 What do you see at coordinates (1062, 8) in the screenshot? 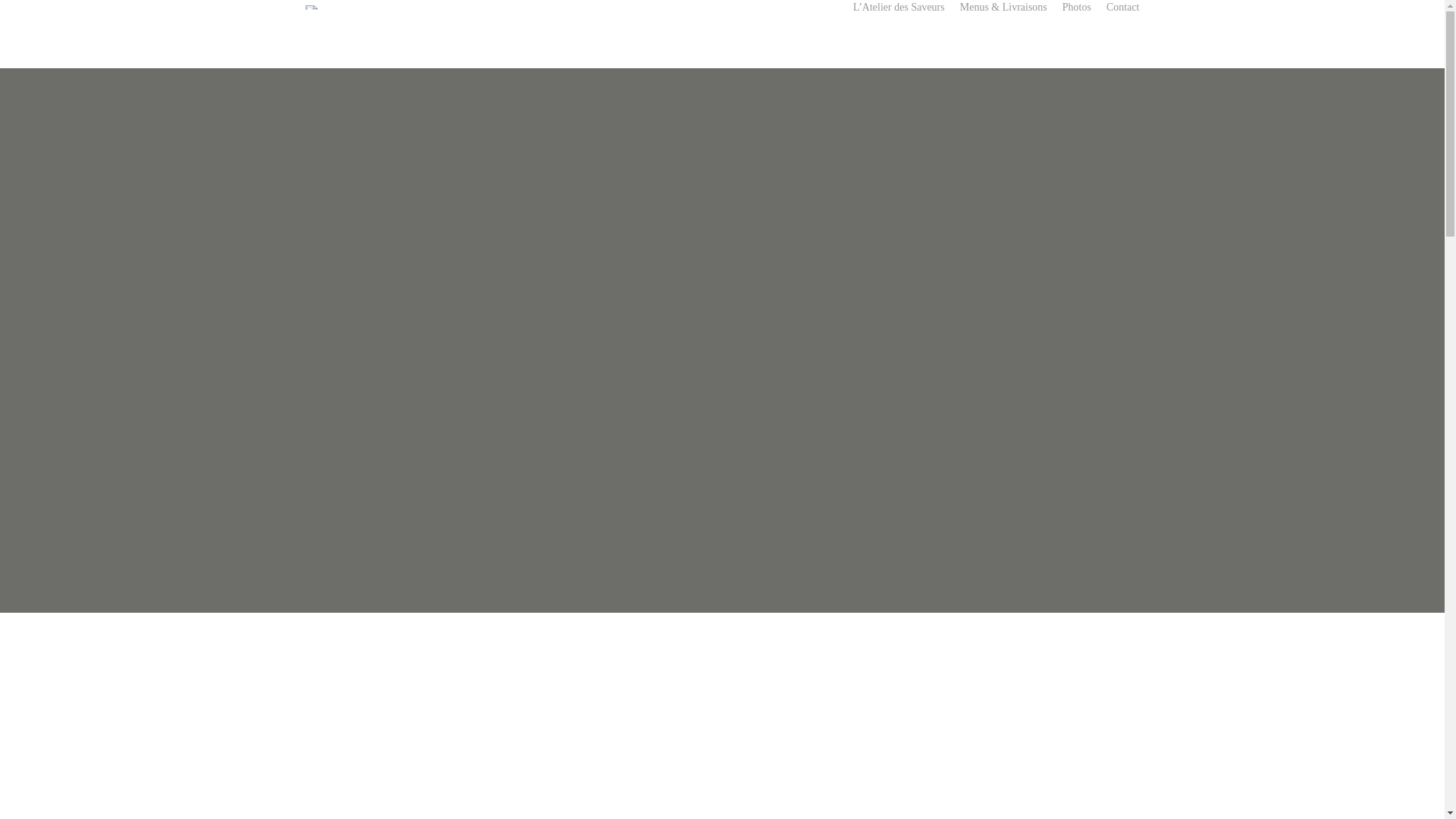
I see `'Photos'` at bounding box center [1062, 8].